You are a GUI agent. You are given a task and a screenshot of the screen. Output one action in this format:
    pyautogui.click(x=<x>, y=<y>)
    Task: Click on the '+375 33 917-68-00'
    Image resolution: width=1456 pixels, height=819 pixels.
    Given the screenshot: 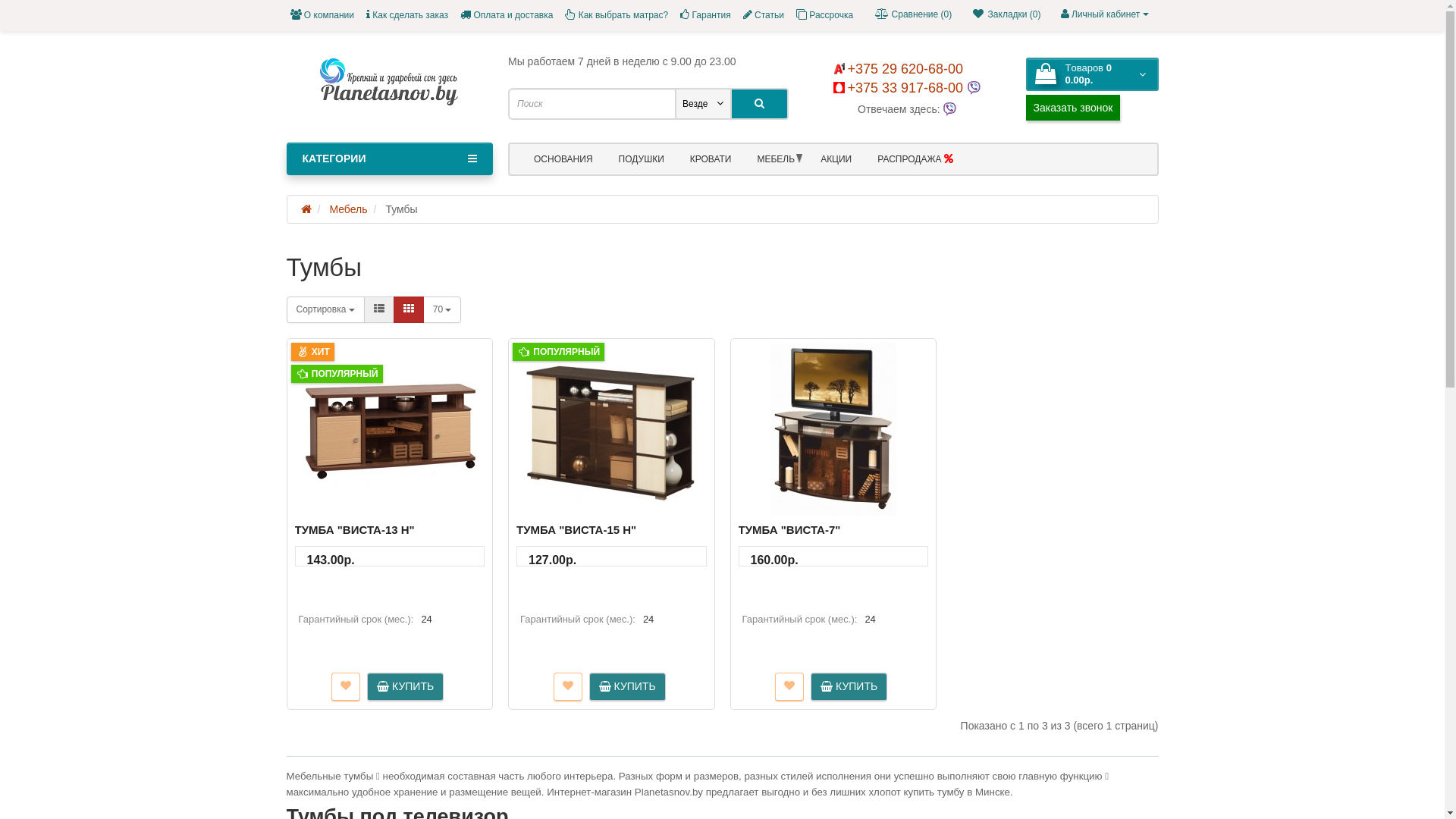 What is the action you would take?
    pyautogui.click(x=833, y=87)
    